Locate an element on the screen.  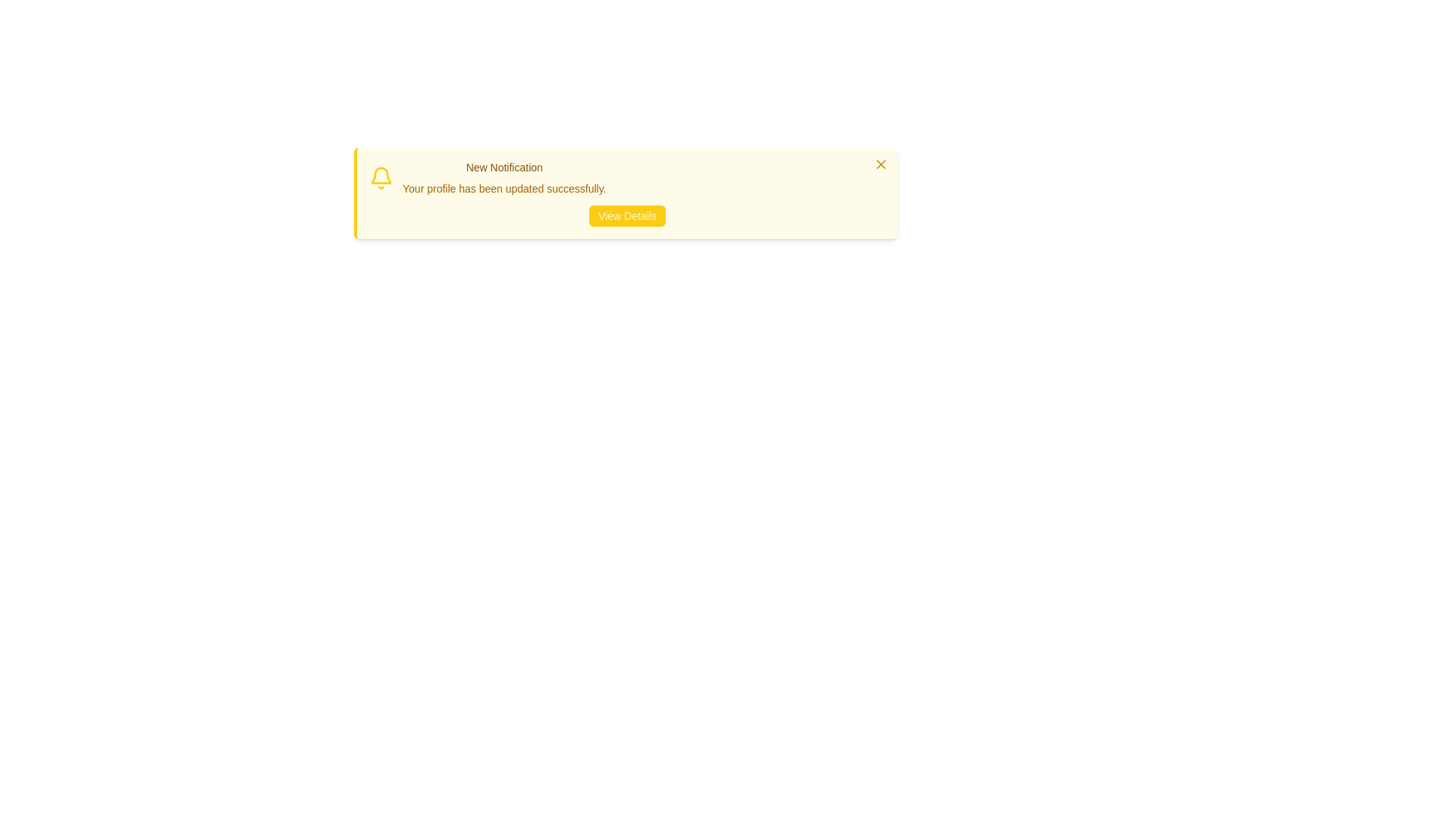
'View Details' button to access detailed information is located at coordinates (627, 216).